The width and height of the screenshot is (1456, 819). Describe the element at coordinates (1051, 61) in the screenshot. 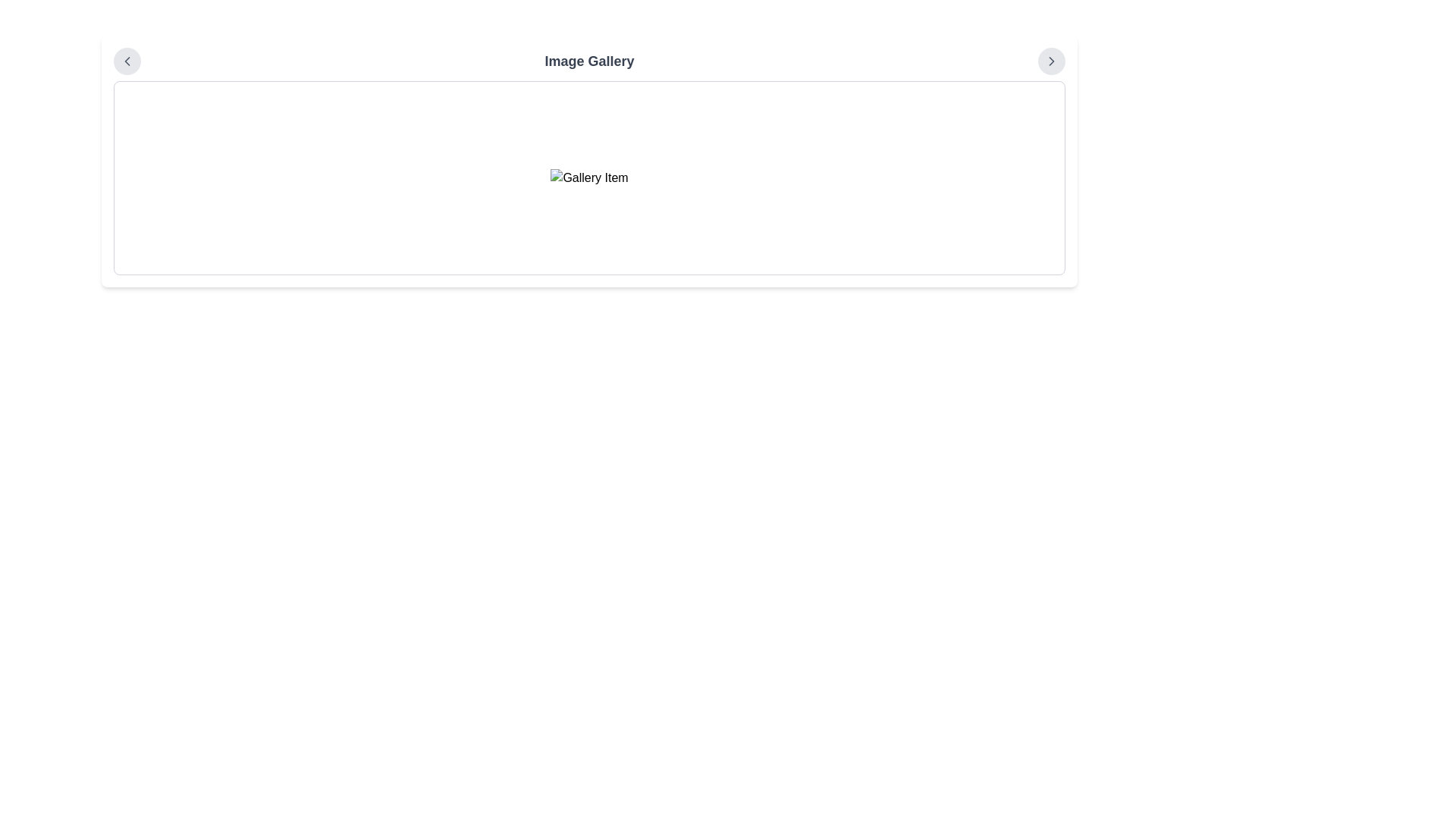

I see `the right-facing chevron icon within a circular grey background, located in the upper-right corner of the panel next to 'Image Gallery'` at that location.